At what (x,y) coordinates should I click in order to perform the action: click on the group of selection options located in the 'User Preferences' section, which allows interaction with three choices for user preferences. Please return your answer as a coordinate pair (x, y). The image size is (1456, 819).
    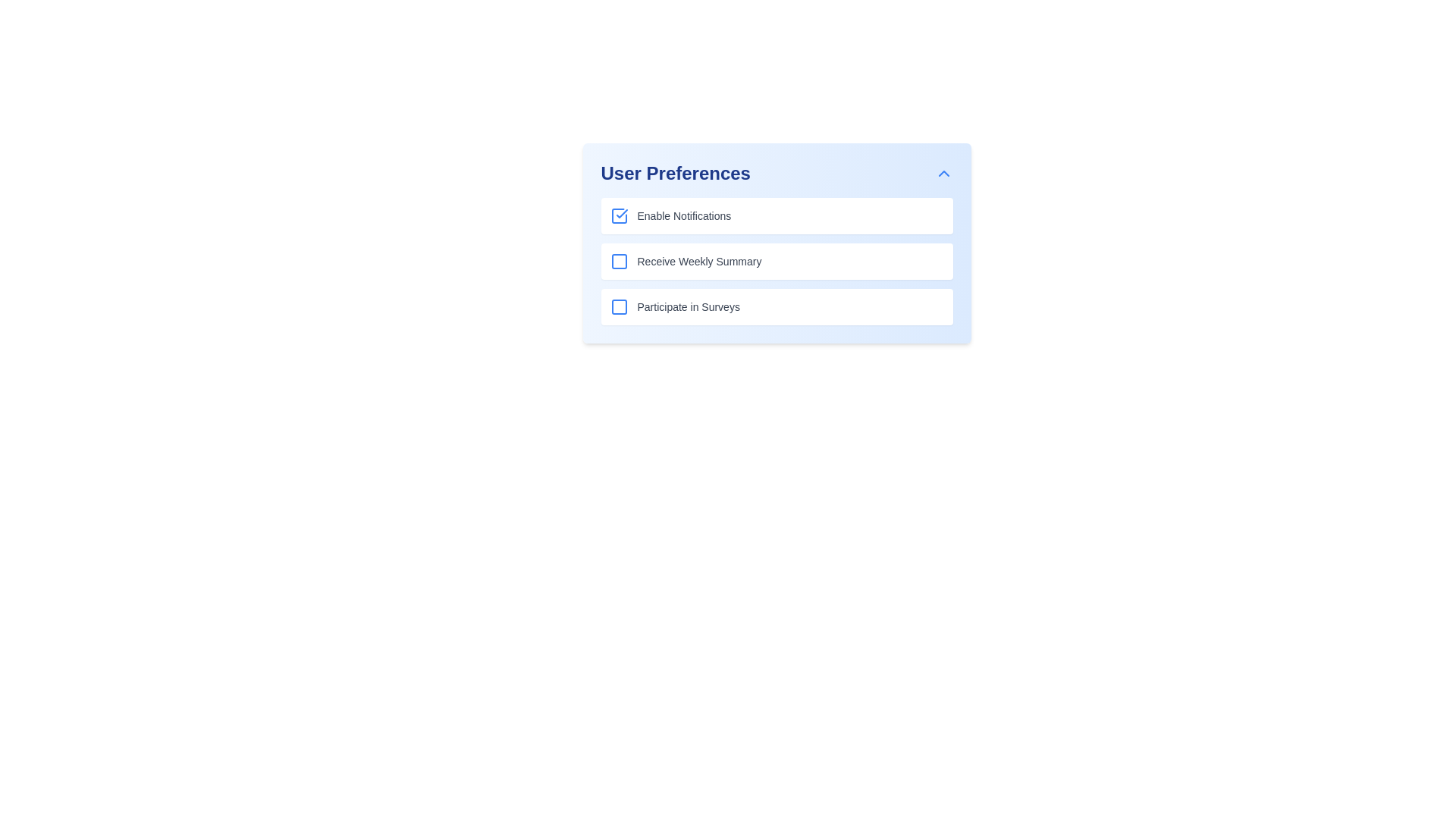
    Looking at the image, I should click on (777, 260).